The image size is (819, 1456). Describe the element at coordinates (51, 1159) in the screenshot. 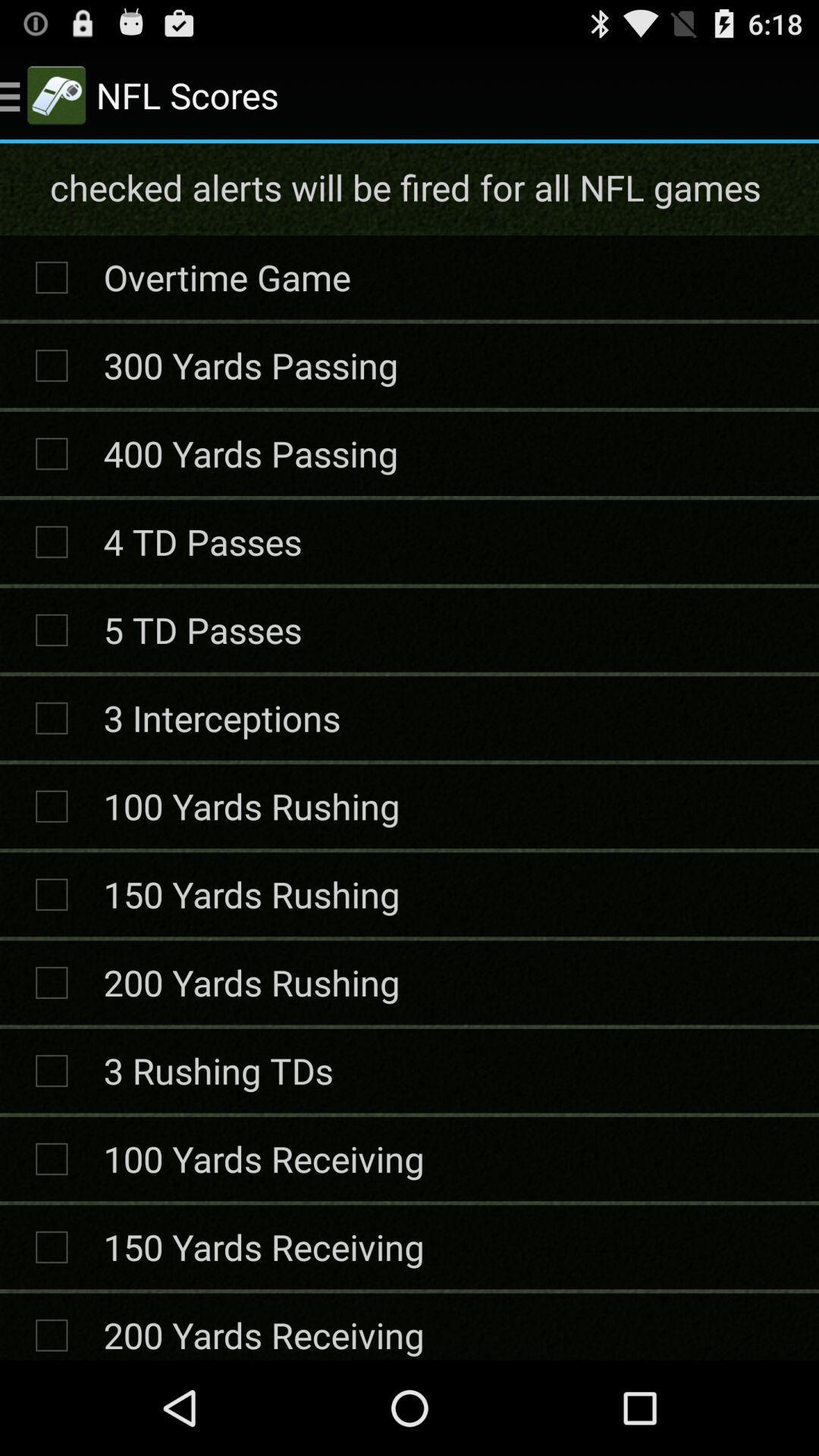

I see `check box left to 100 yards receiving` at that location.